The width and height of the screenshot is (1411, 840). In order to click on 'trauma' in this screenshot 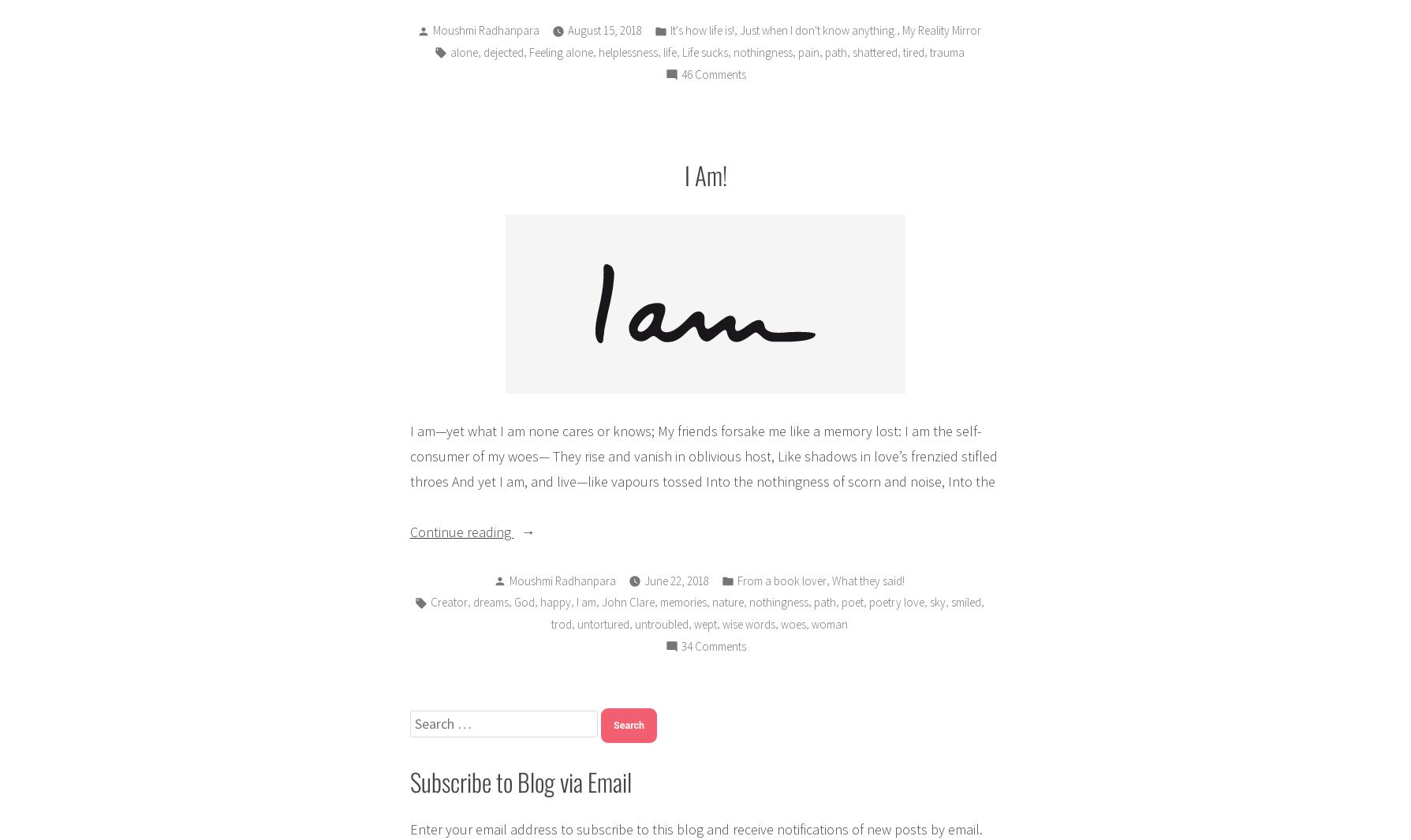, I will do `click(928, 51)`.